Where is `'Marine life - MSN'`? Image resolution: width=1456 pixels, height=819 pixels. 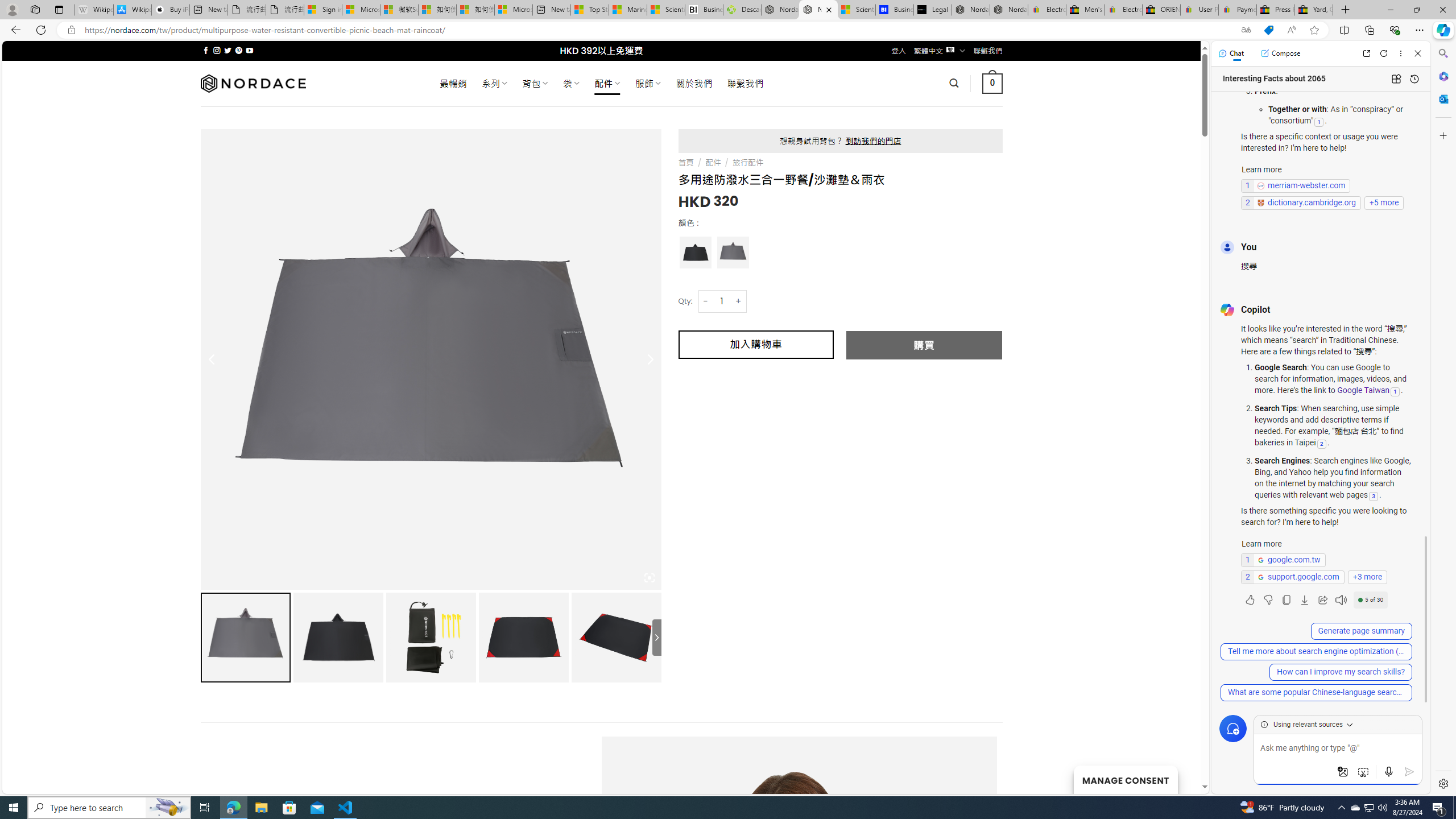
'Marine life - MSN' is located at coordinates (628, 9).